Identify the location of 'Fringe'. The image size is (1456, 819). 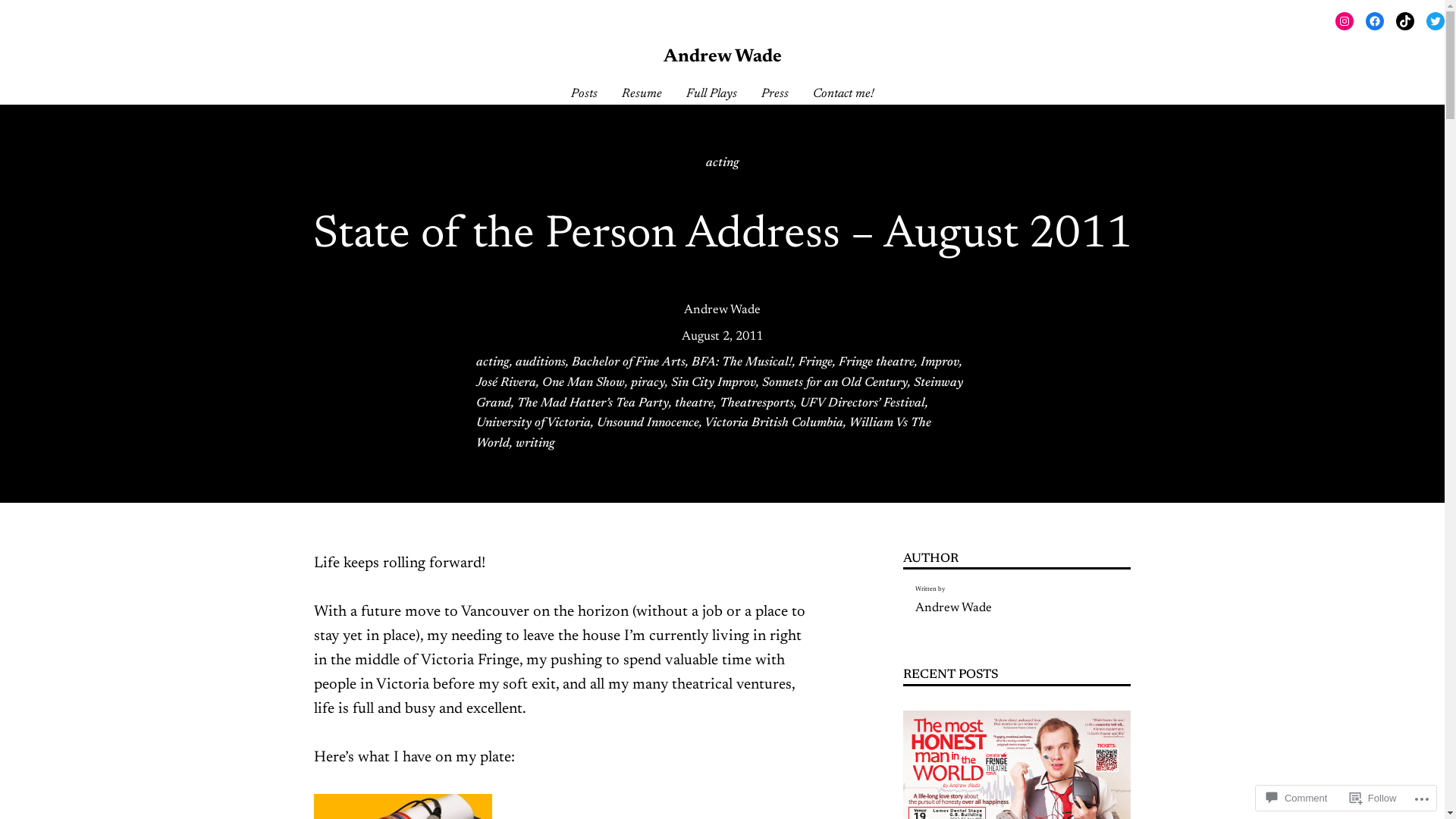
(814, 362).